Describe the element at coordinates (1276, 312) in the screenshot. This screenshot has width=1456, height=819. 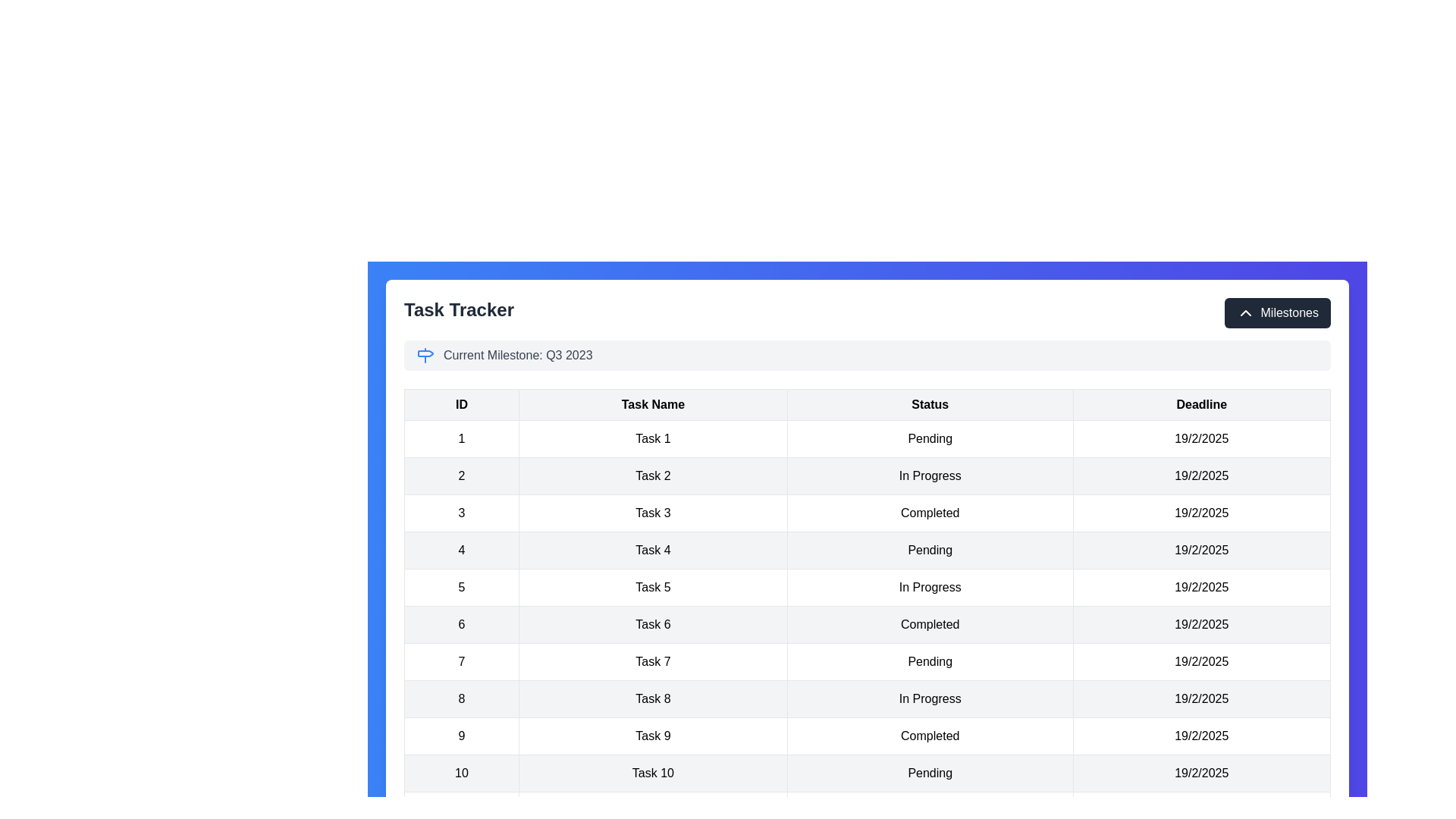
I see `the 'Milestones' button to toggle the milestone information` at that location.